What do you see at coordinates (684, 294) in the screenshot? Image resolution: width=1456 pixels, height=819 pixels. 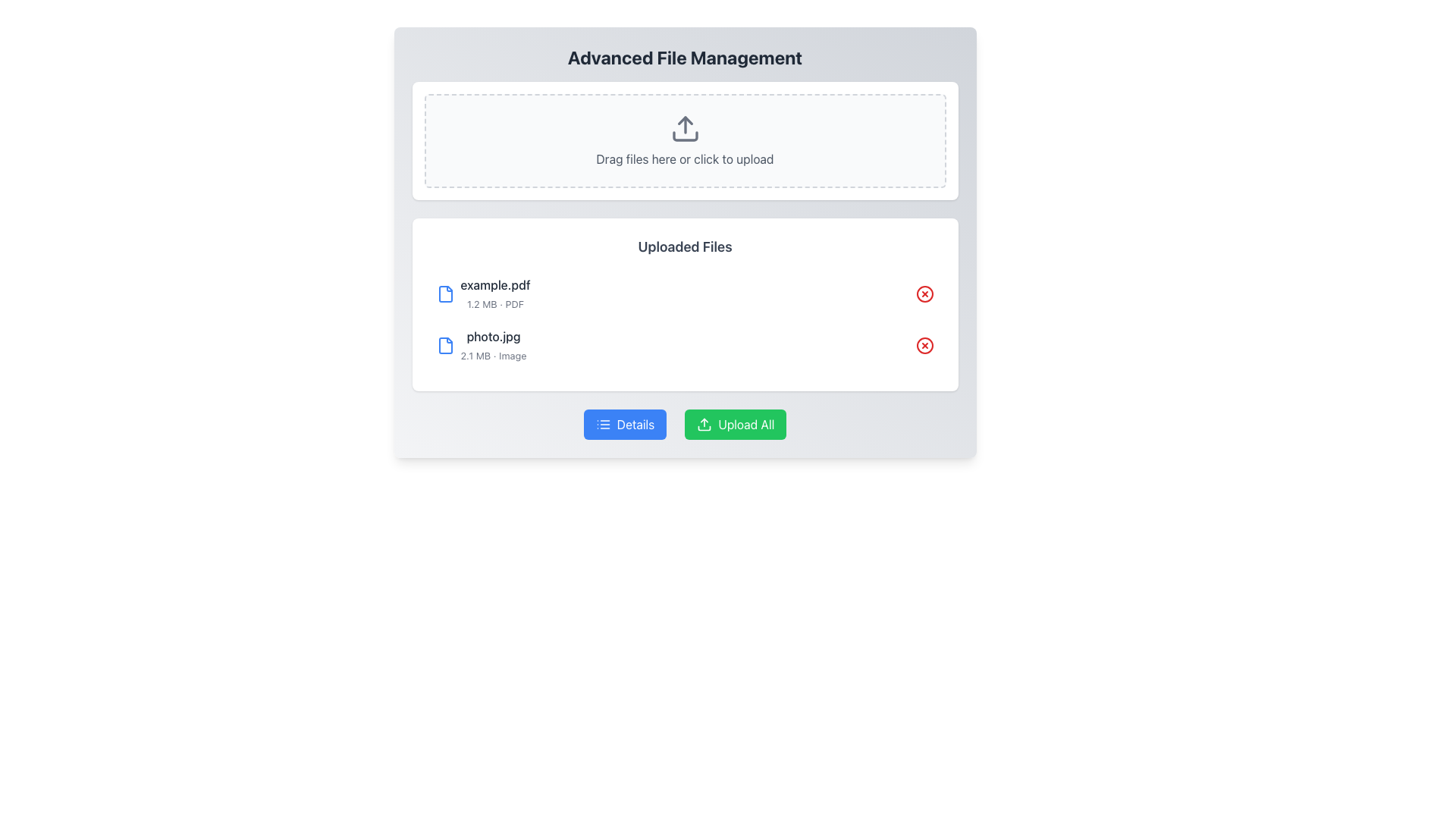 I see `the delete button of the first uploaded file entry in the 'Uploaded Files' section` at bounding box center [684, 294].